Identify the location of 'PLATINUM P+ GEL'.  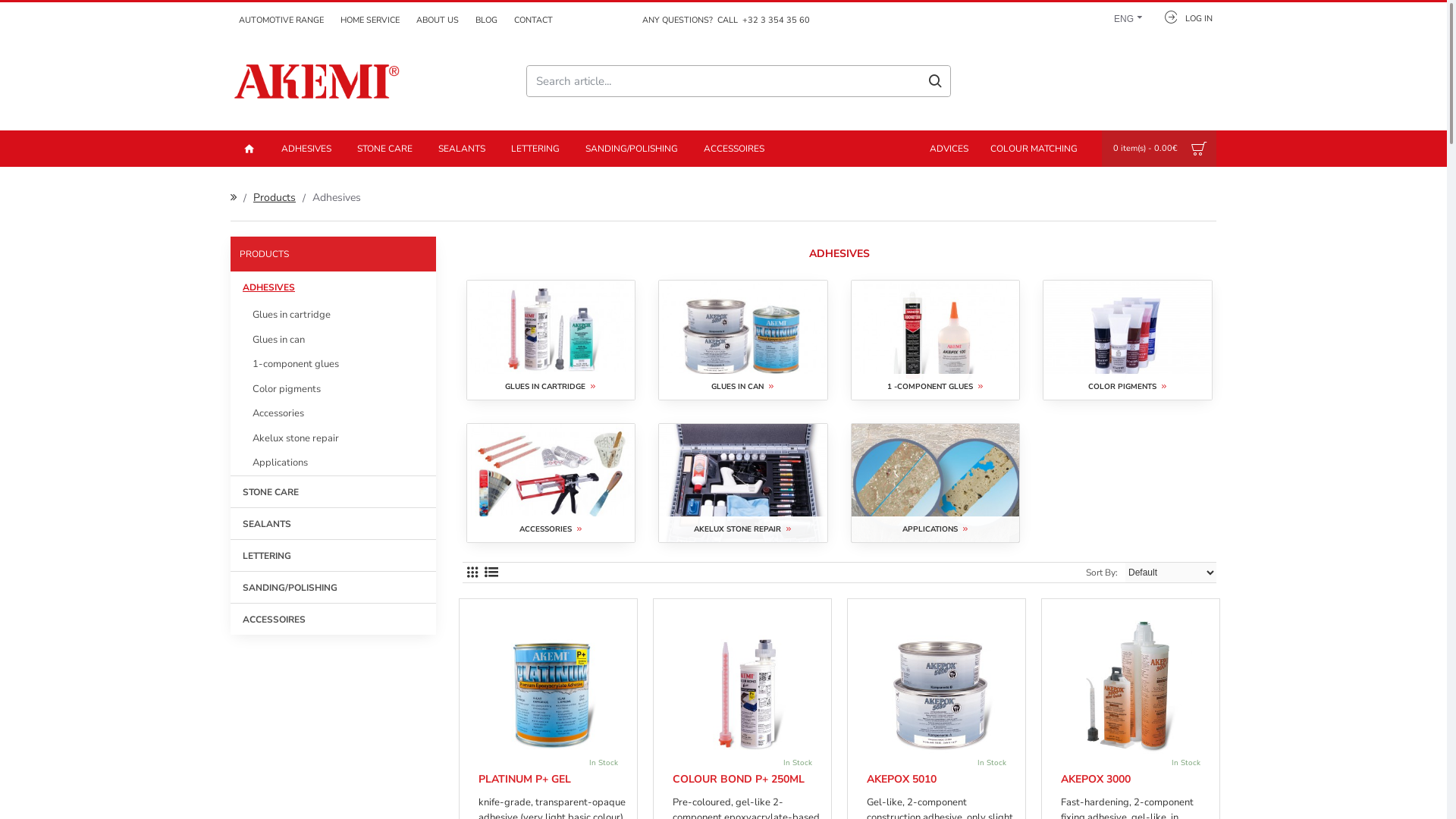
(477, 780).